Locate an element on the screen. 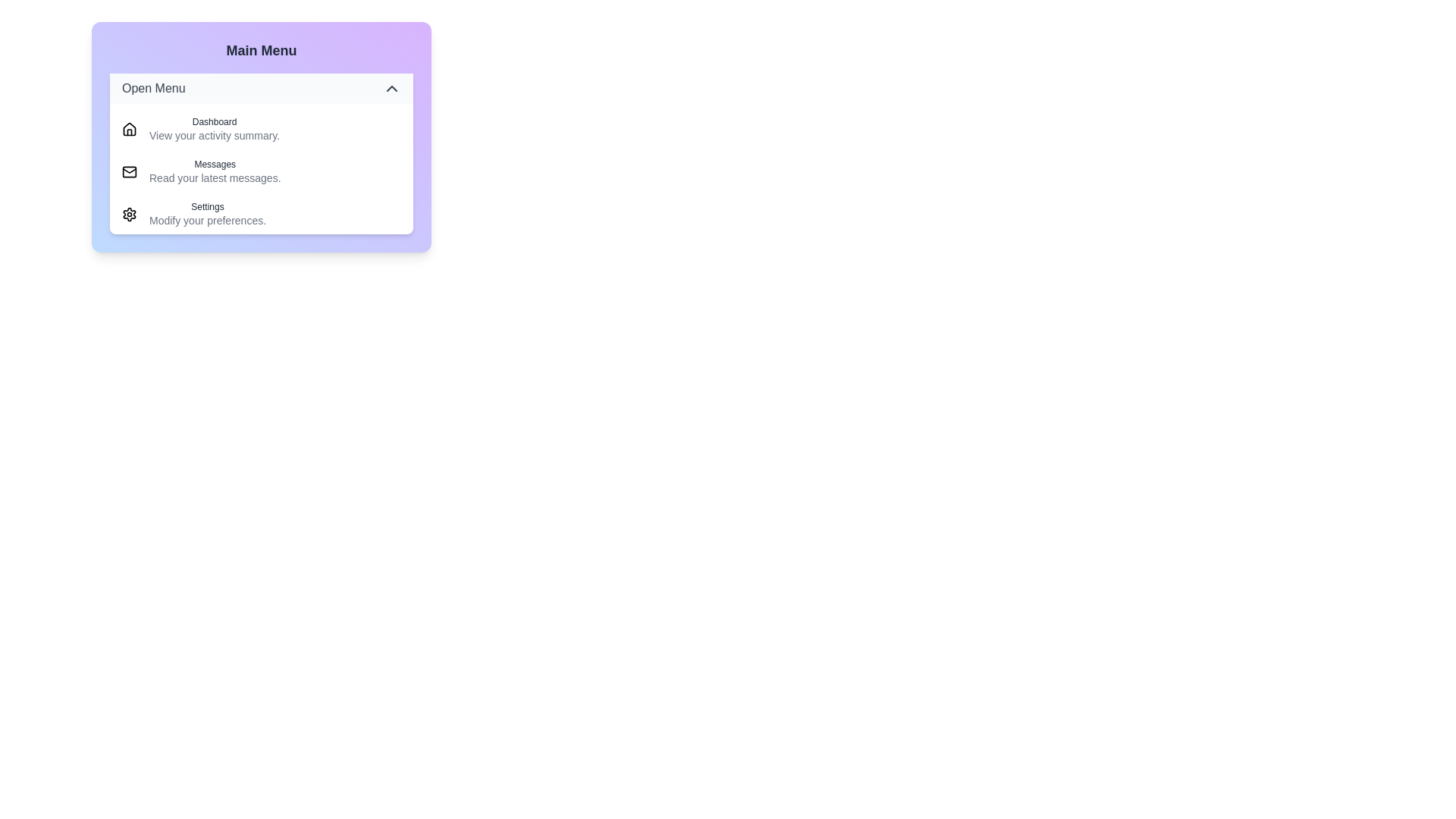  the icon corresponding to Dashboard in the menu is located at coordinates (130, 128).